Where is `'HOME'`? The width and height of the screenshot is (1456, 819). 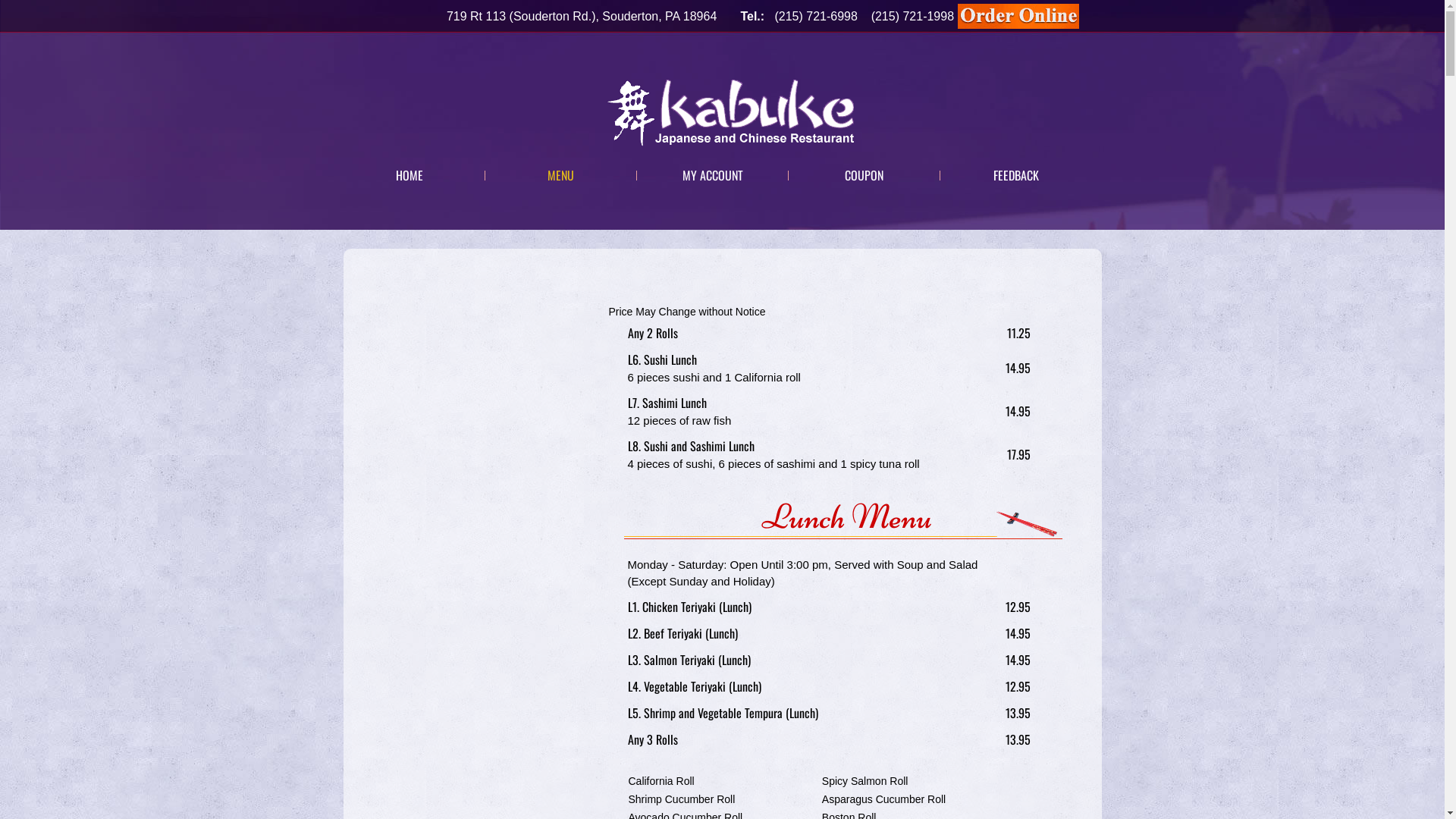 'HOME' is located at coordinates (409, 174).